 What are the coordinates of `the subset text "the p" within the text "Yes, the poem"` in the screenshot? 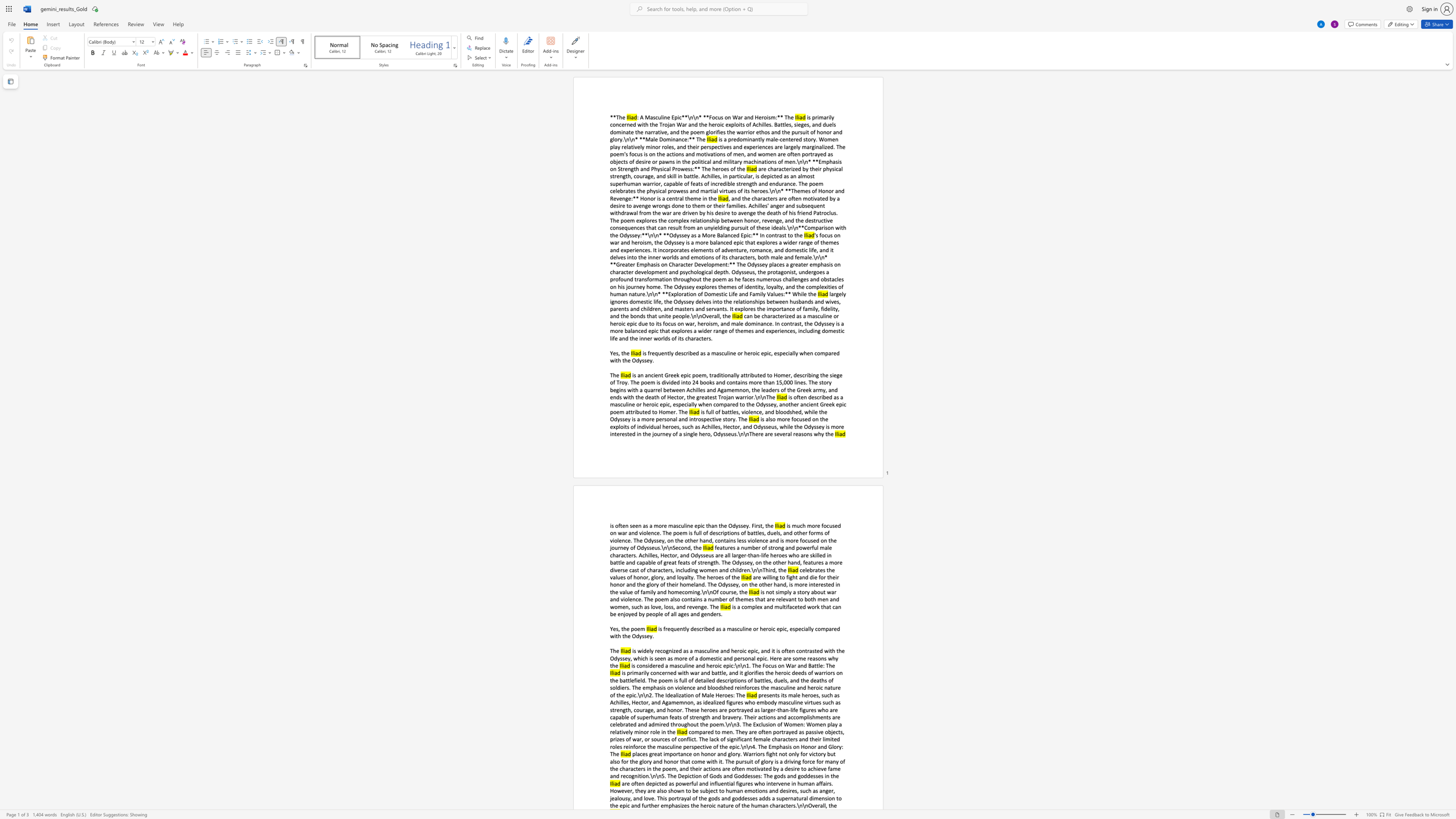 It's located at (621, 629).